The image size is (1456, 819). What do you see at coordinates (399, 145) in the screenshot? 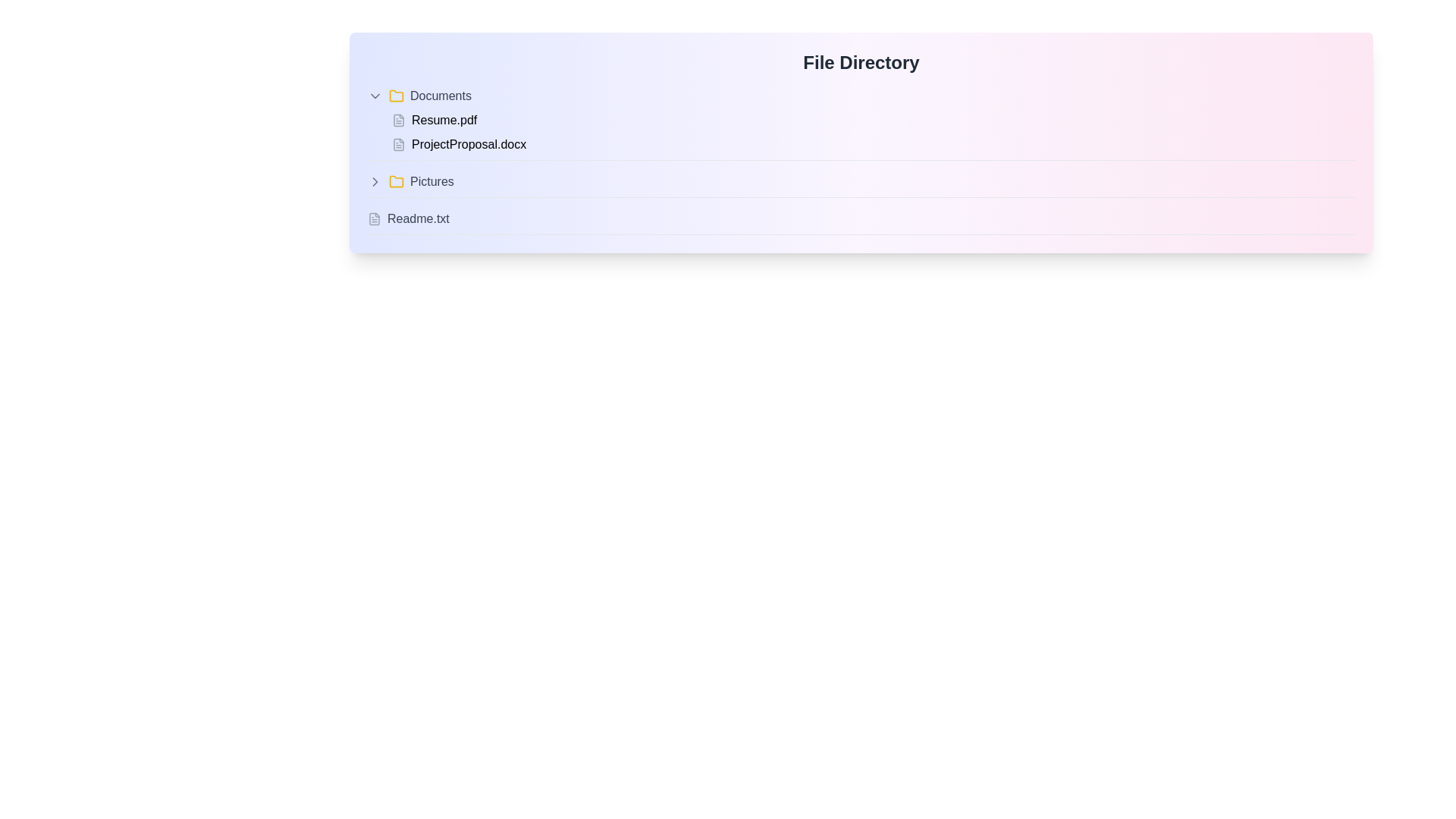
I see `the file icon representing 'ProjectProposal.docx', located next to the text label in the File Directory list` at bounding box center [399, 145].